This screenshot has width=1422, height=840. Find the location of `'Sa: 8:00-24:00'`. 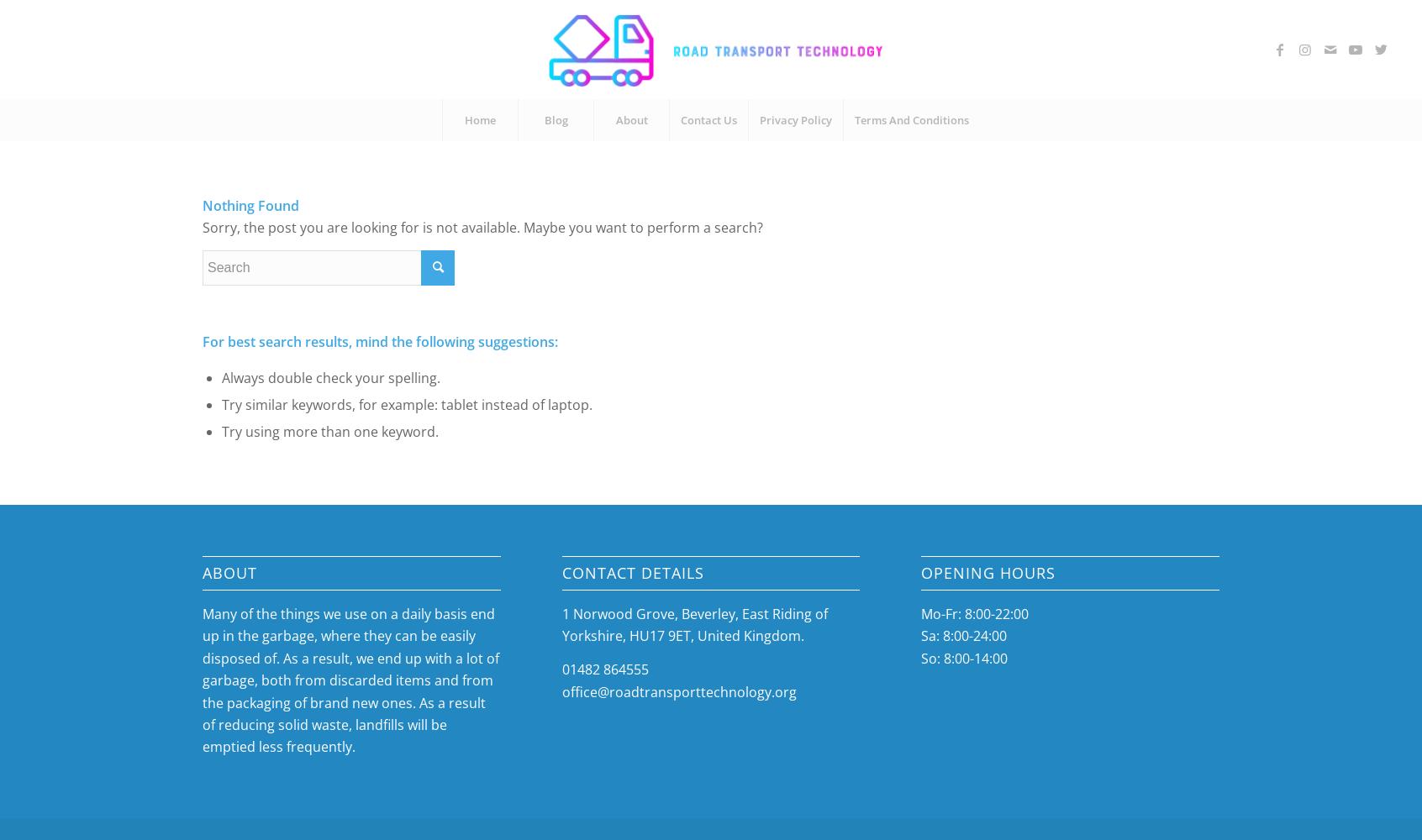

'Sa: 8:00-24:00' is located at coordinates (963, 636).